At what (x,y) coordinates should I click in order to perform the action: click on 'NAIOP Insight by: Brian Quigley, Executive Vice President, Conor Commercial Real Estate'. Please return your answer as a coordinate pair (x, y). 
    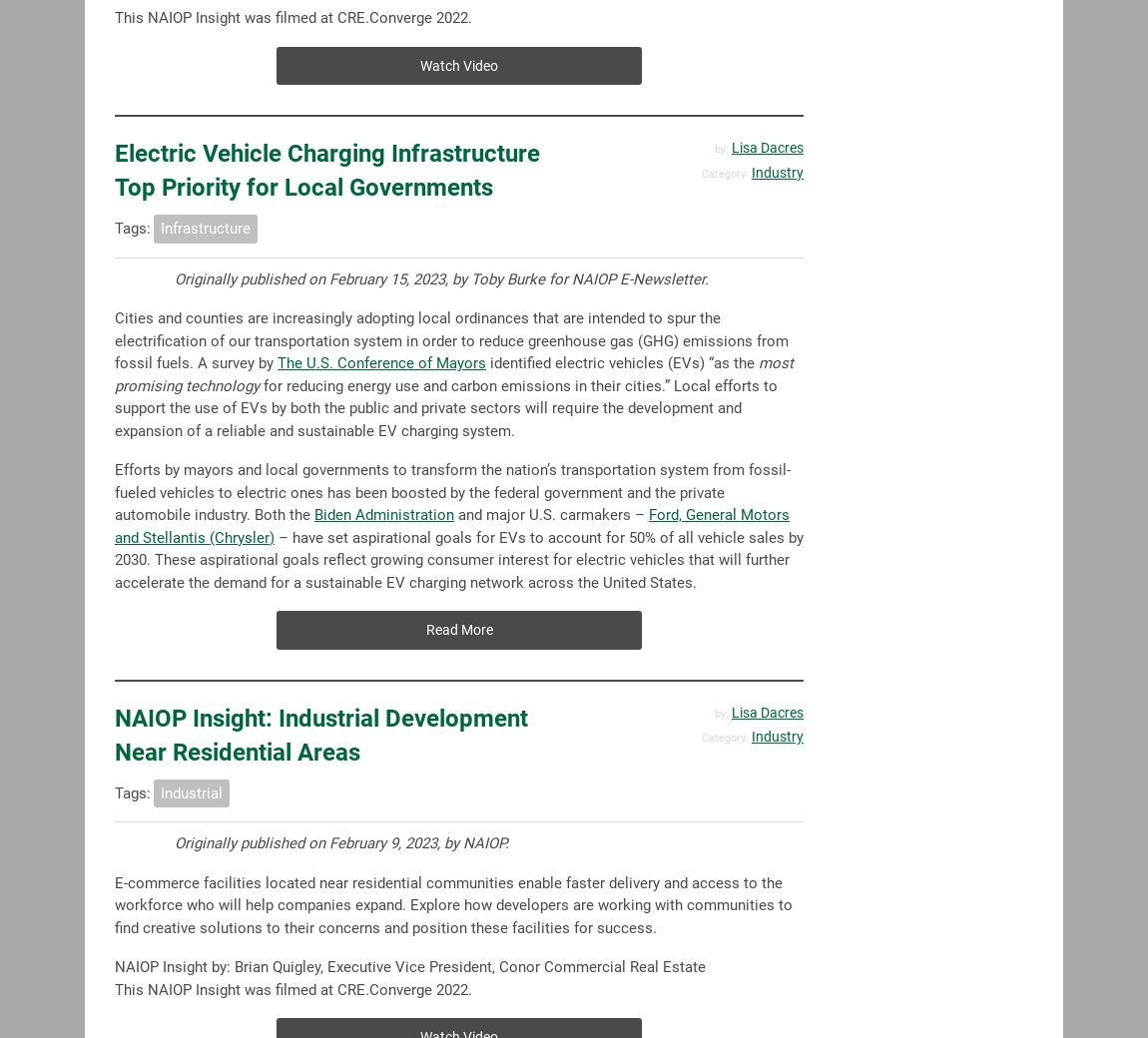
    Looking at the image, I should click on (410, 966).